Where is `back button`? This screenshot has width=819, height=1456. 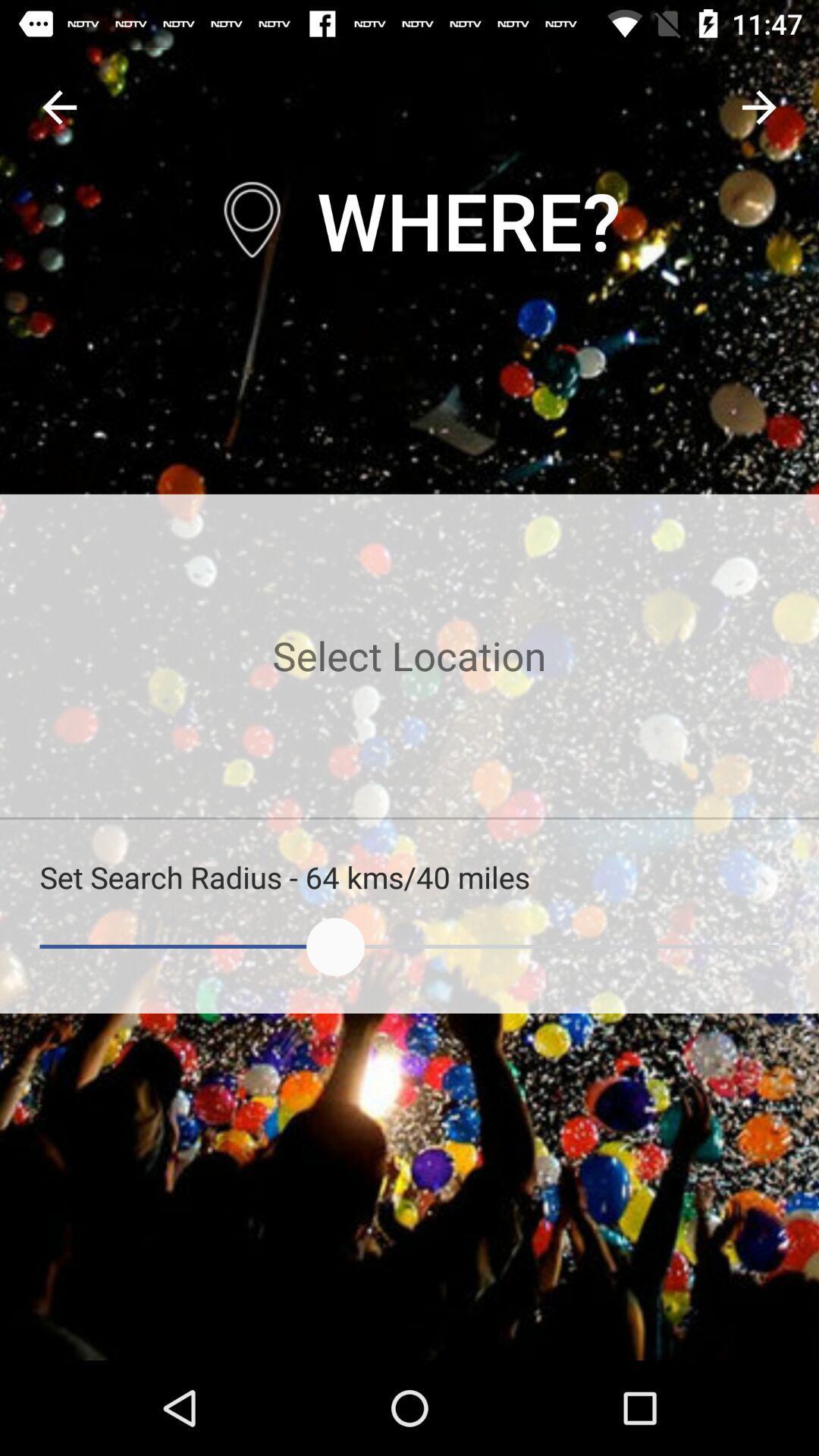
back button is located at coordinates (58, 106).